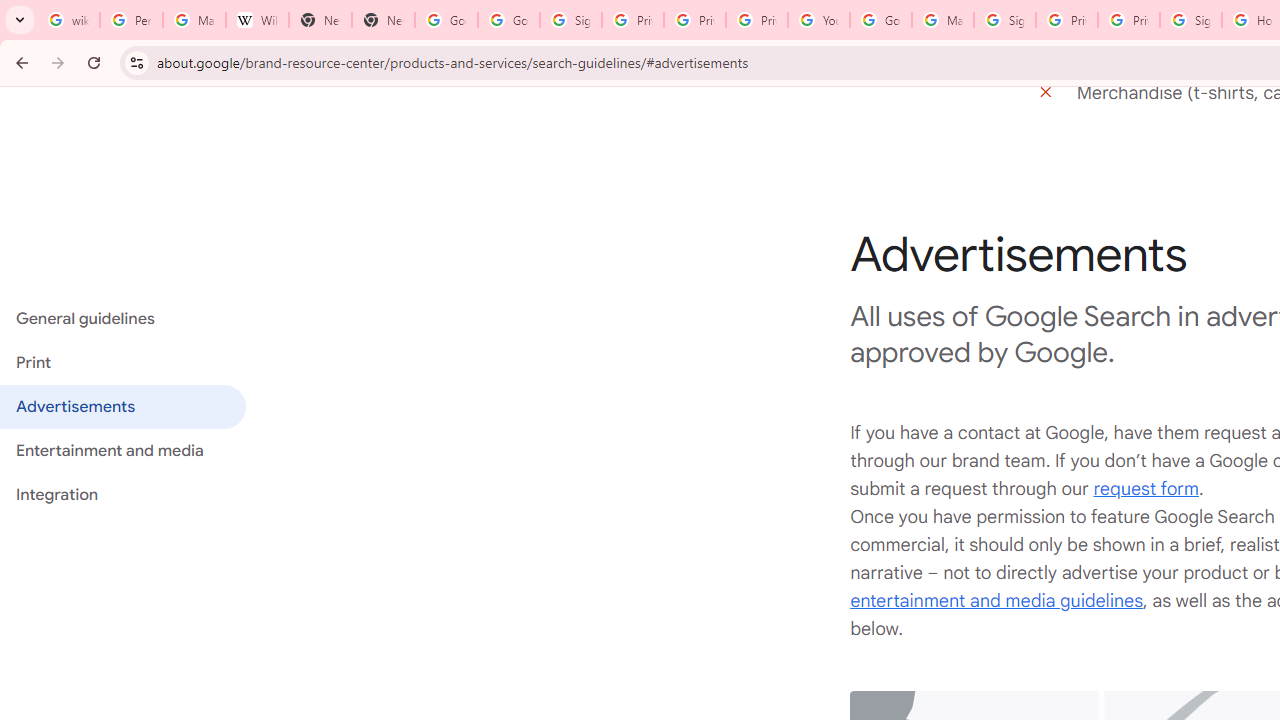 This screenshot has width=1280, height=720. What do you see at coordinates (121, 495) in the screenshot?
I see `'Integration'` at bounding box center [121, 495].